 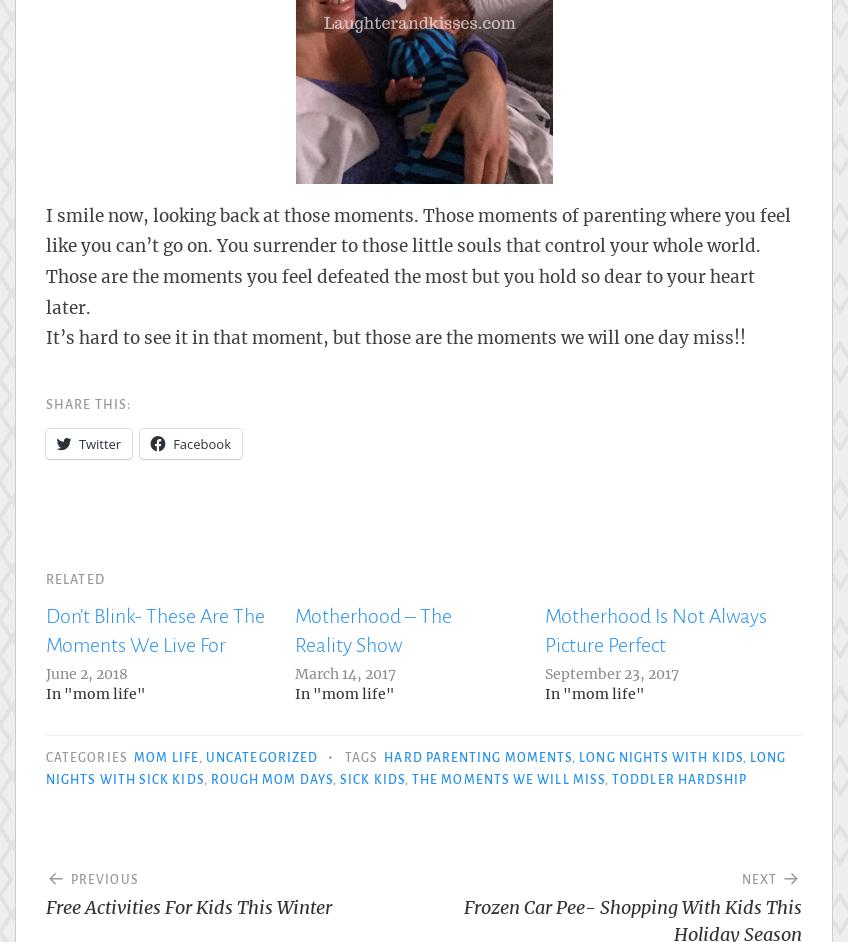 What do you see at coordinates (757, 878) in the screenshot?
I see `'Next'` at bounding box center [757, 878].